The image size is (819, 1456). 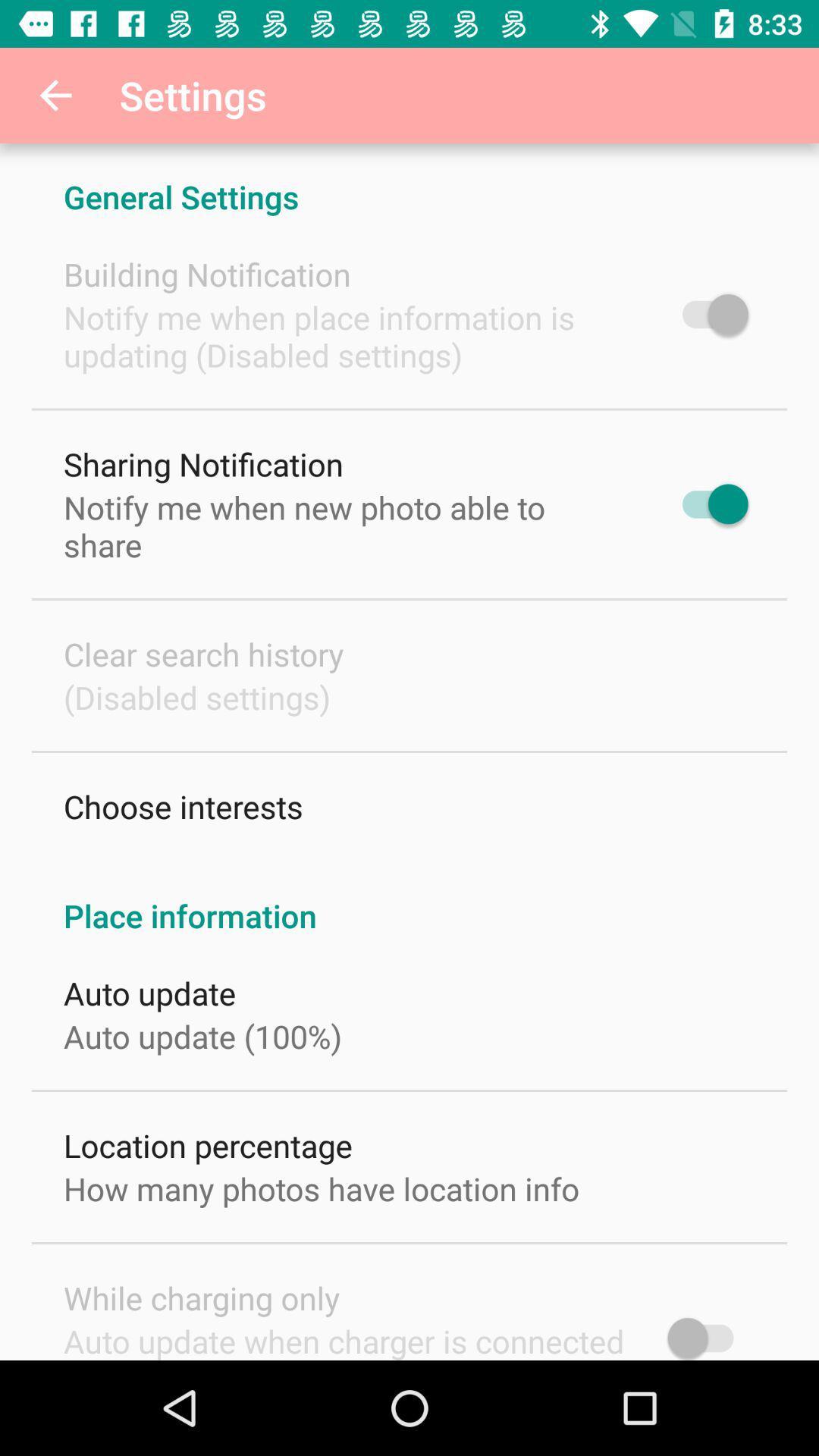 I want to click on item below the notify me when, so click(x=202, y=654).